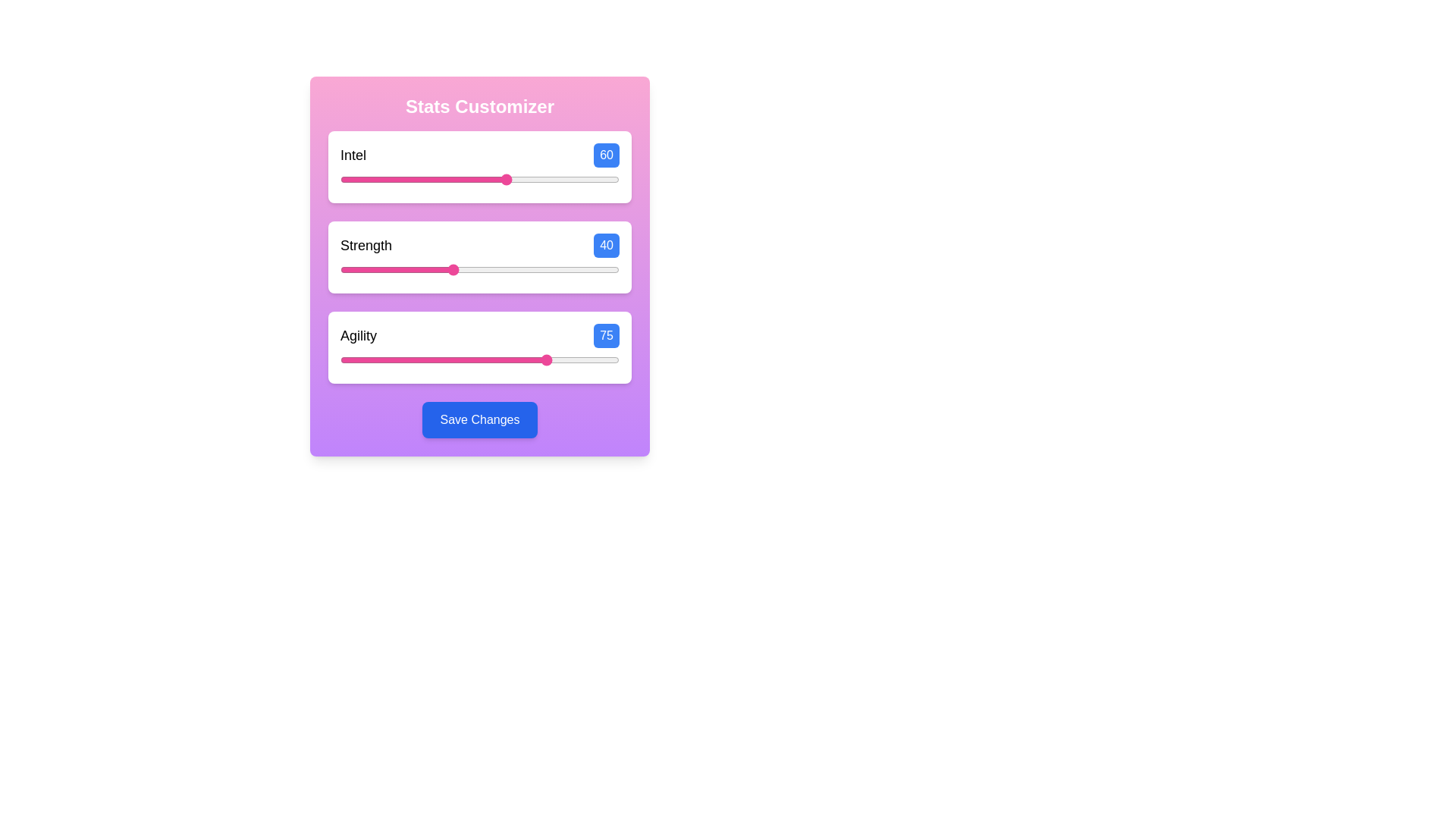 The image size is (1456, 819). I want to click on the slider, so click(566, 178).